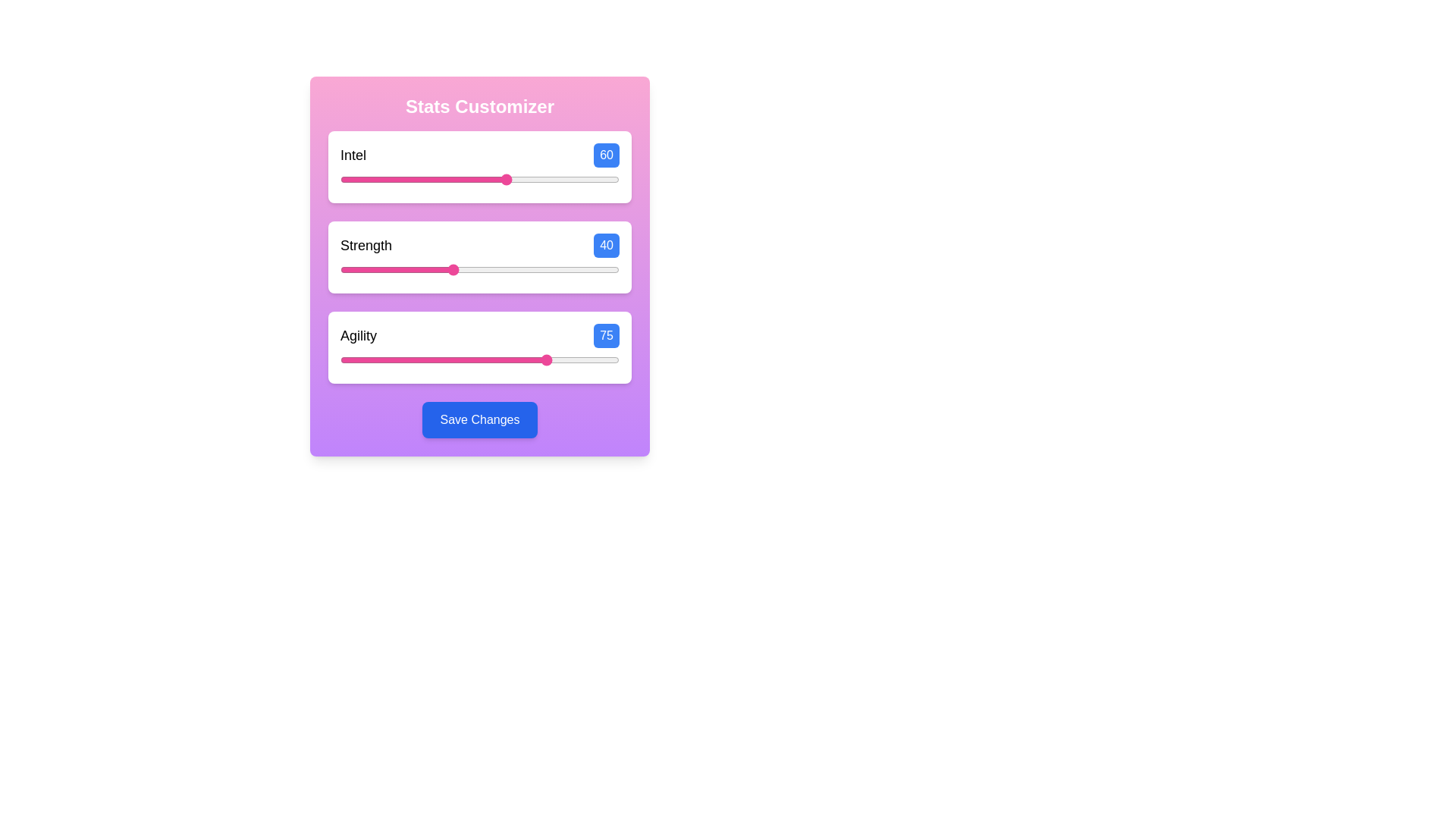 The image size is (1456, 819). I want to click on the slider, so click(566, 178).